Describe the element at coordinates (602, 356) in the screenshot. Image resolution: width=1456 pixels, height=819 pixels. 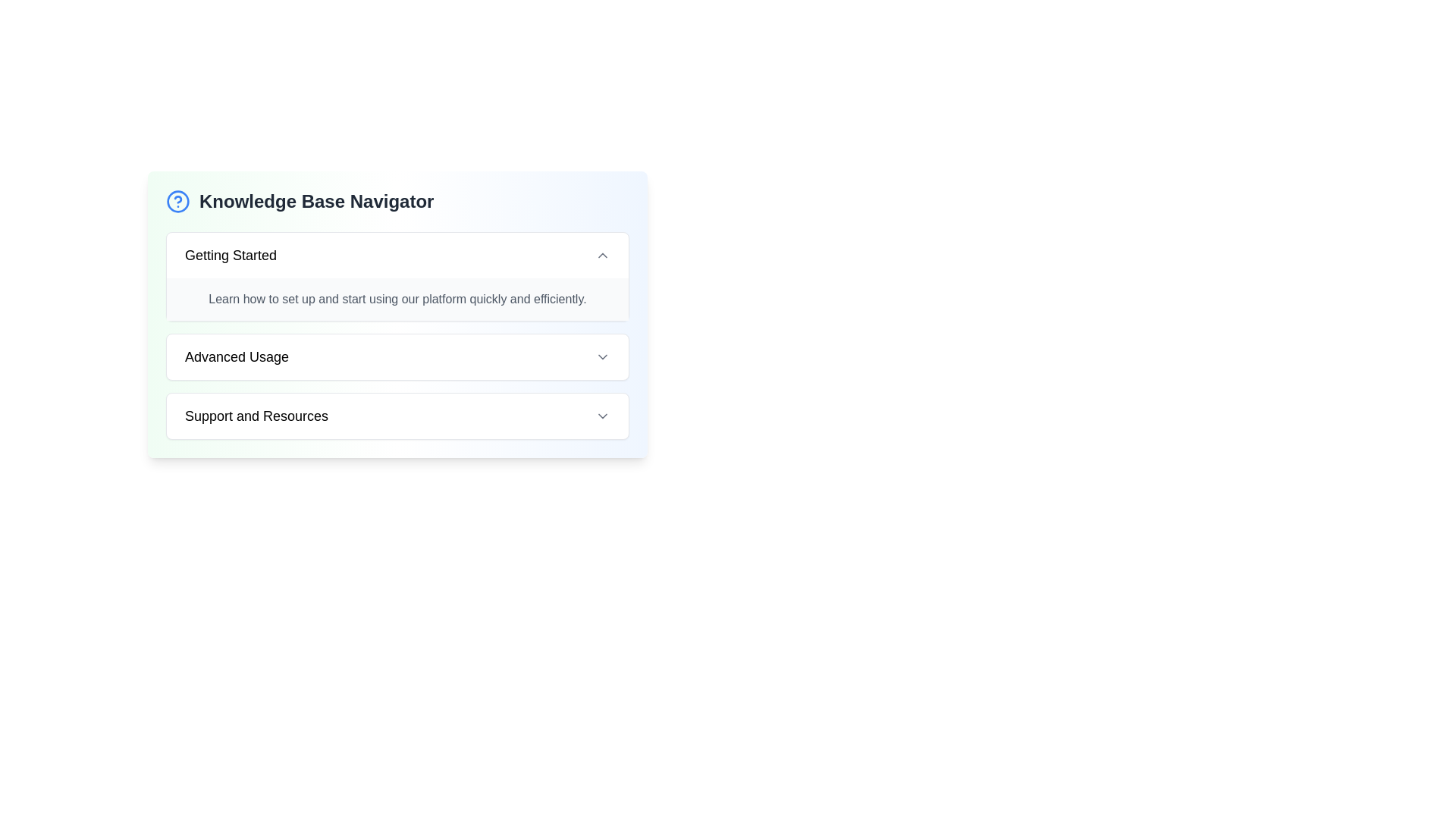
I see `the small gray downward-pointing chevron icon located to the right side of the 'Advanced Usage' text` at that location.